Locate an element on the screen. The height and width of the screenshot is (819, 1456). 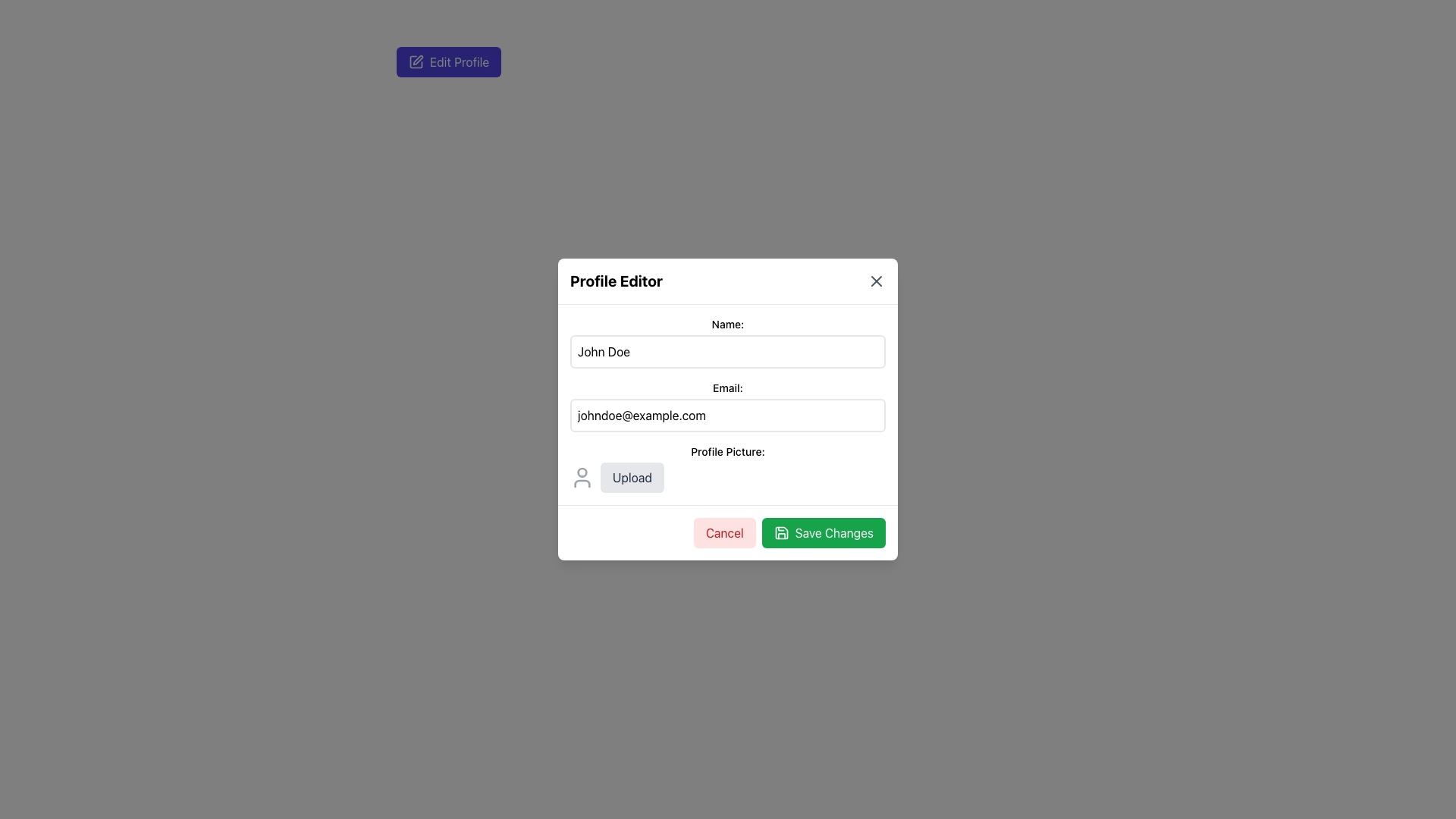
the indigo 'Edit Profile' button with a pen icon is located at coordinates (448, 61).